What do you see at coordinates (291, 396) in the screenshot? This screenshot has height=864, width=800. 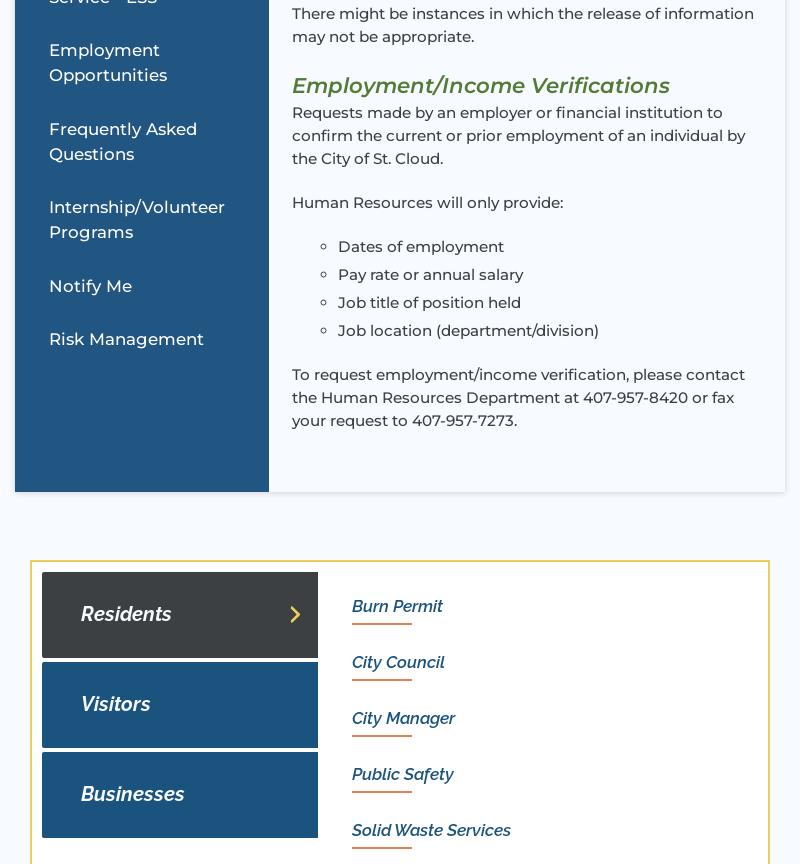 I see `'To request employment/income verification, please contact the Human Resources Department at 407-957-8420 or fax your request to 407-957-7273.'` at bounding box center [291, 396].